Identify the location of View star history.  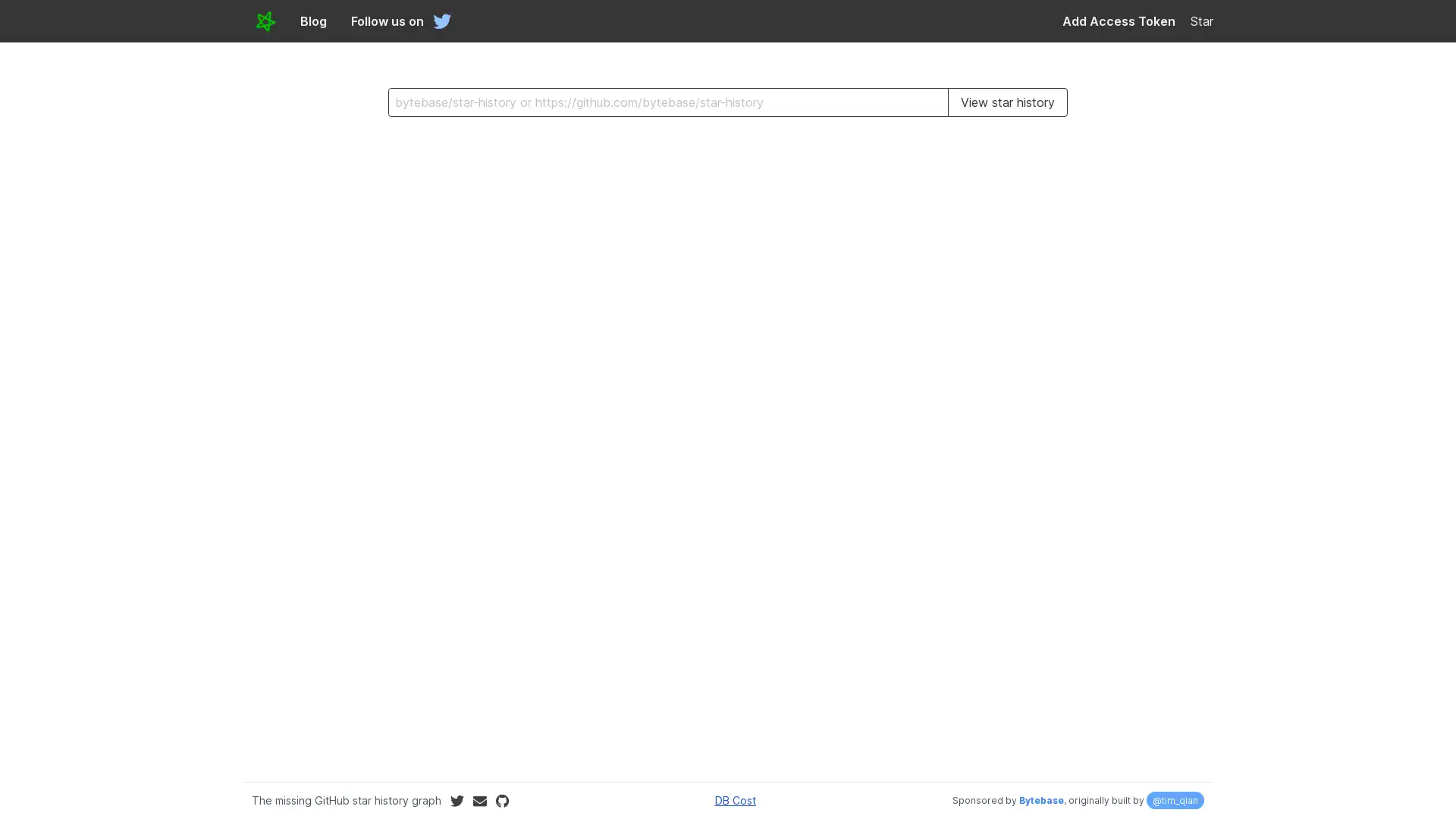
(1007, 102).